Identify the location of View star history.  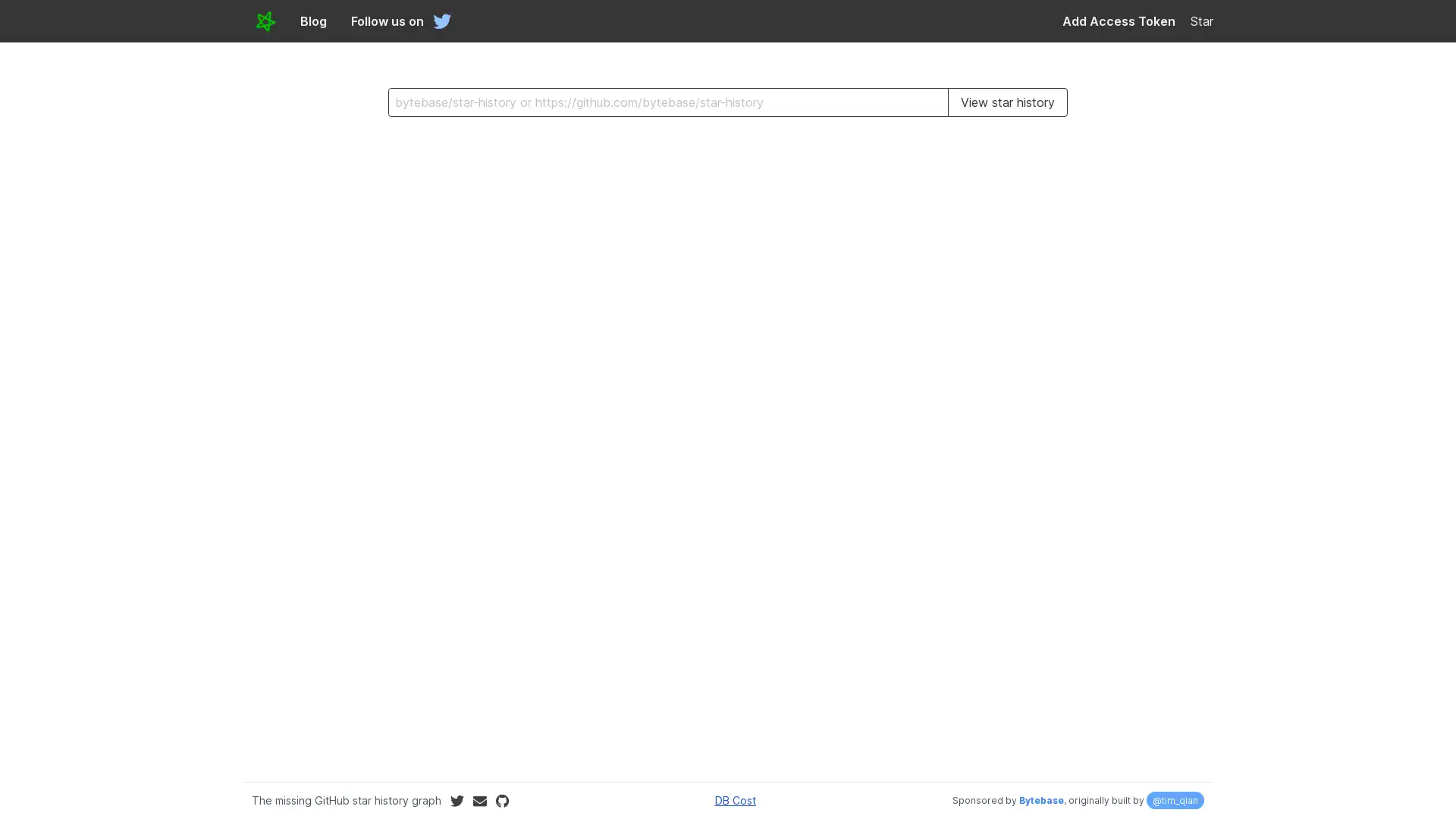
(1007, 102).